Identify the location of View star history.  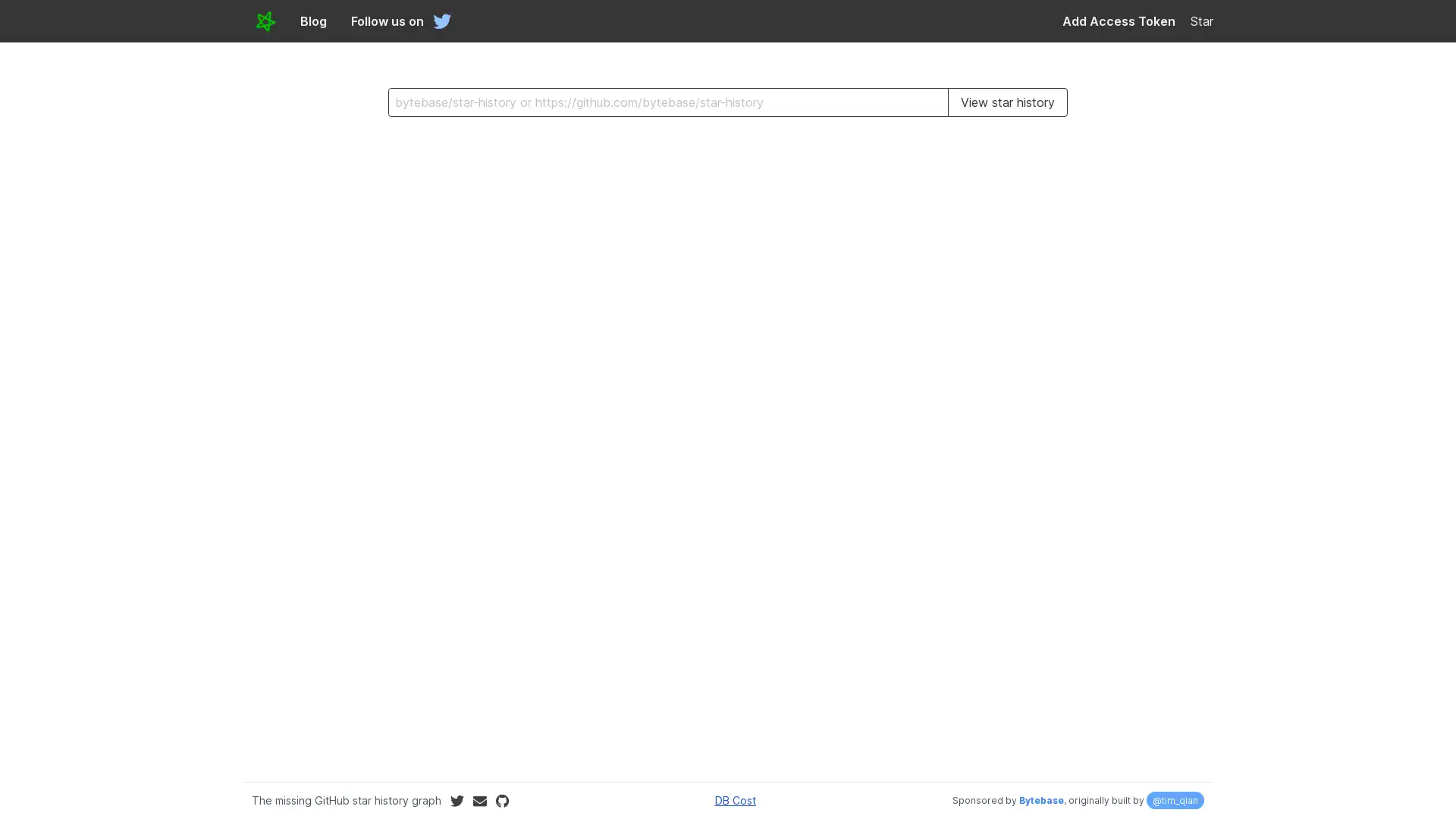
(1007, 102).